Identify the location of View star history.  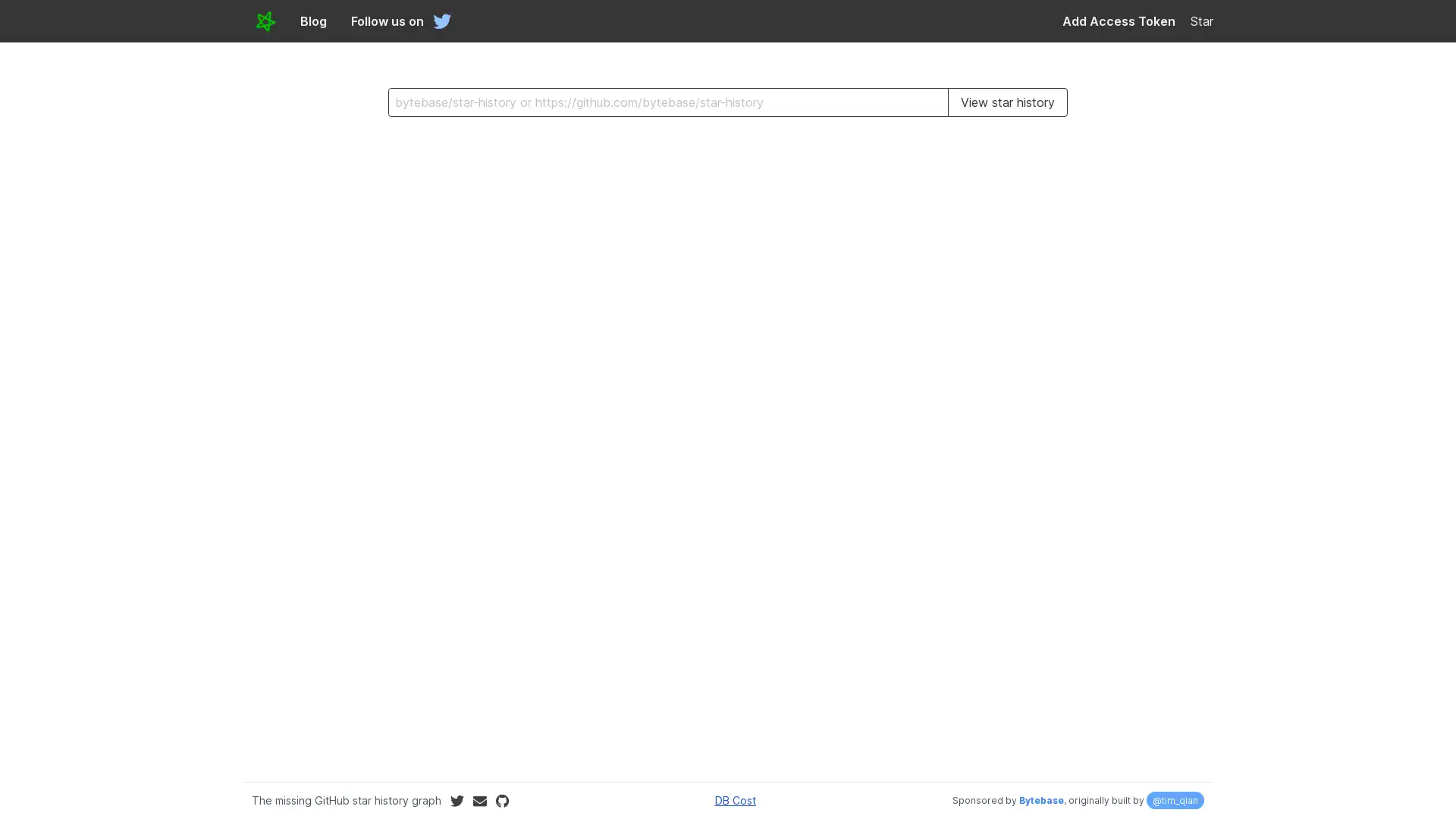
(1007, 102).